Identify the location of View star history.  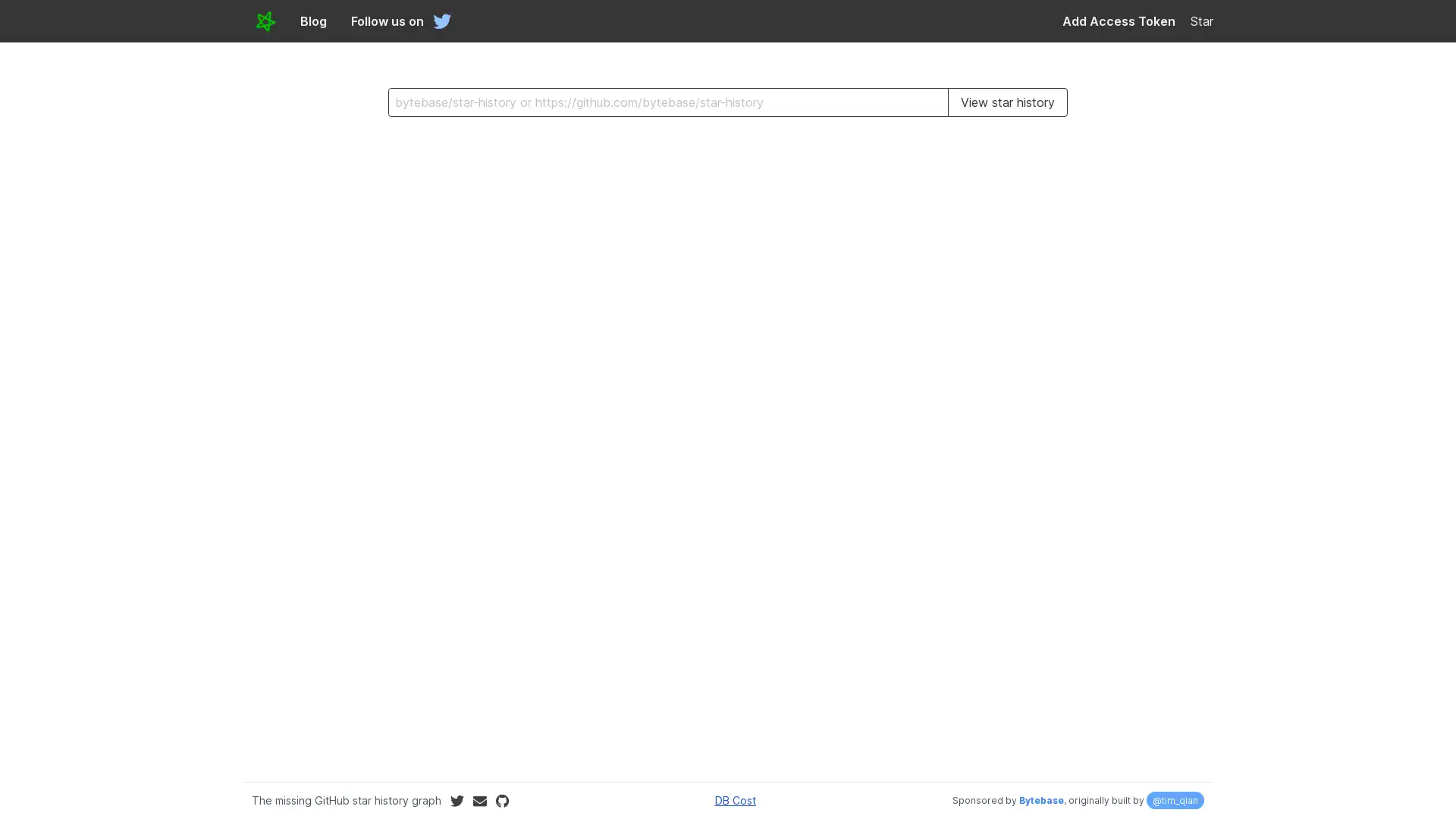
(1007, 102).